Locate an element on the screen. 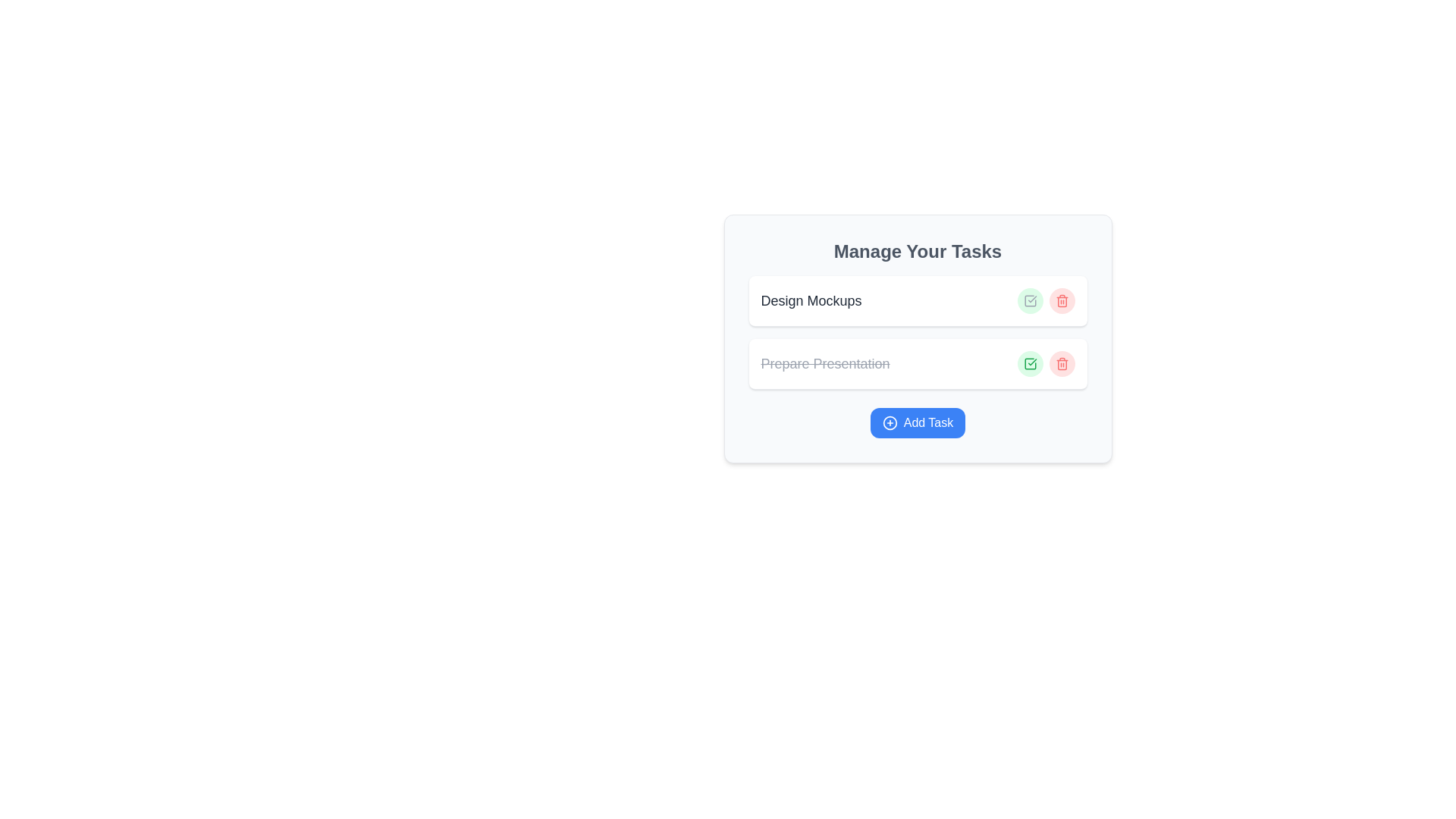 This screenshot has height=819, width=1456. the addition icon located at the center of the 'Add Task' button at the bottom of the task management card is located at coordinates (890, 423).